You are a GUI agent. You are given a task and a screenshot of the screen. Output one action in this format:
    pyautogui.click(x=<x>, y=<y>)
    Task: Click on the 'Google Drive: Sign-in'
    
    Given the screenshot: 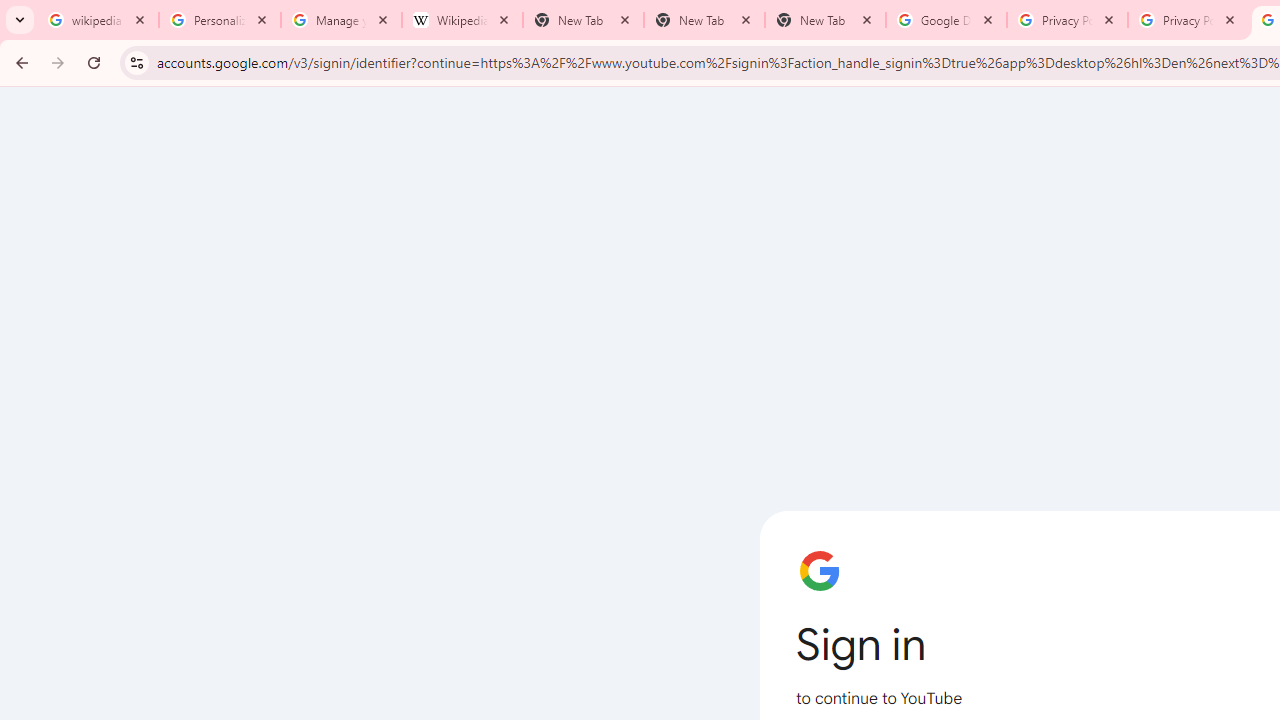 What is the action you would take?
    pyautogui.click(x=945, y=20)
    